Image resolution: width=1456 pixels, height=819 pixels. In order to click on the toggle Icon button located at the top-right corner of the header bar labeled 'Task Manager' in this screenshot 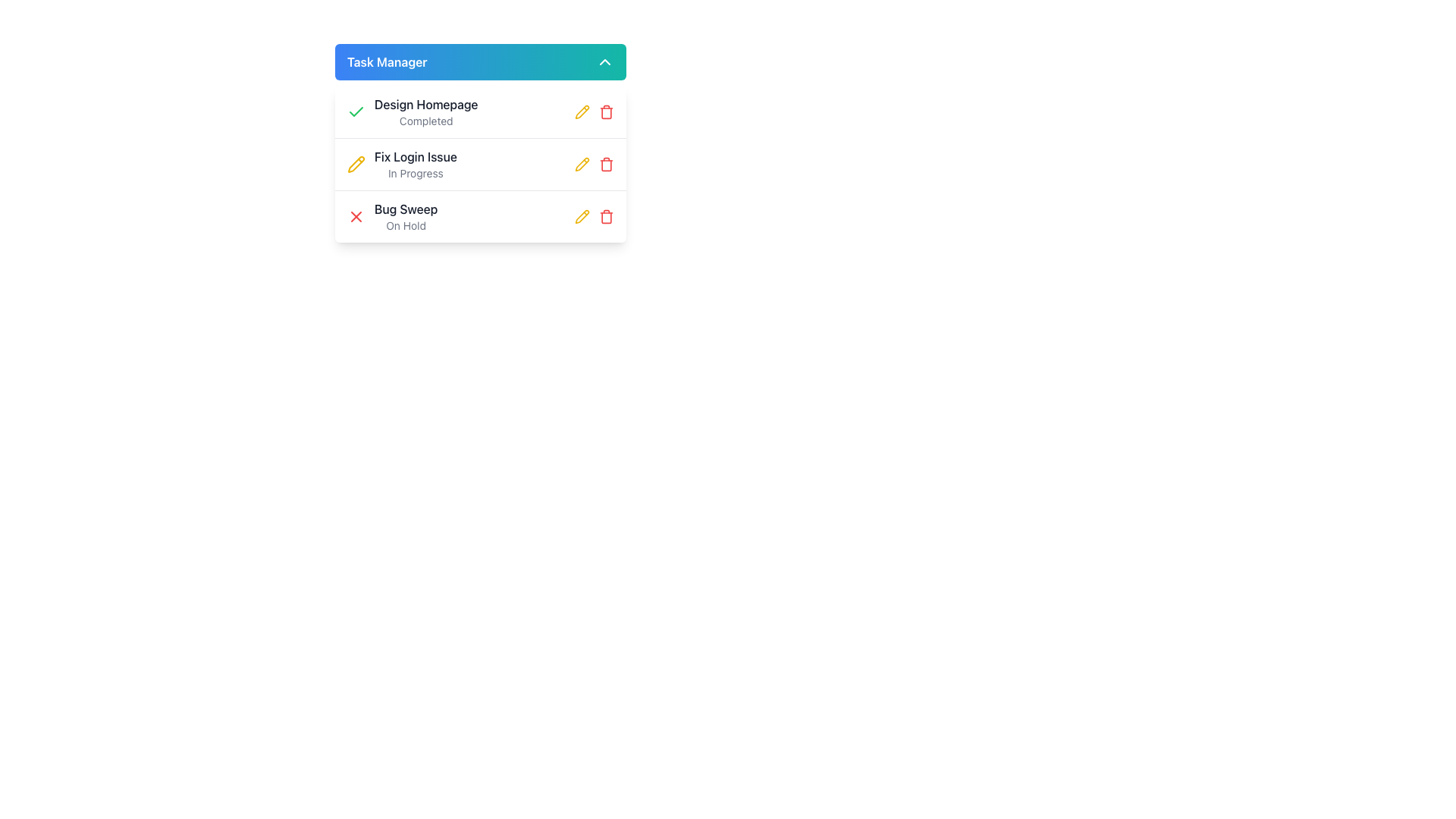, I will do `click(604, 61)`.